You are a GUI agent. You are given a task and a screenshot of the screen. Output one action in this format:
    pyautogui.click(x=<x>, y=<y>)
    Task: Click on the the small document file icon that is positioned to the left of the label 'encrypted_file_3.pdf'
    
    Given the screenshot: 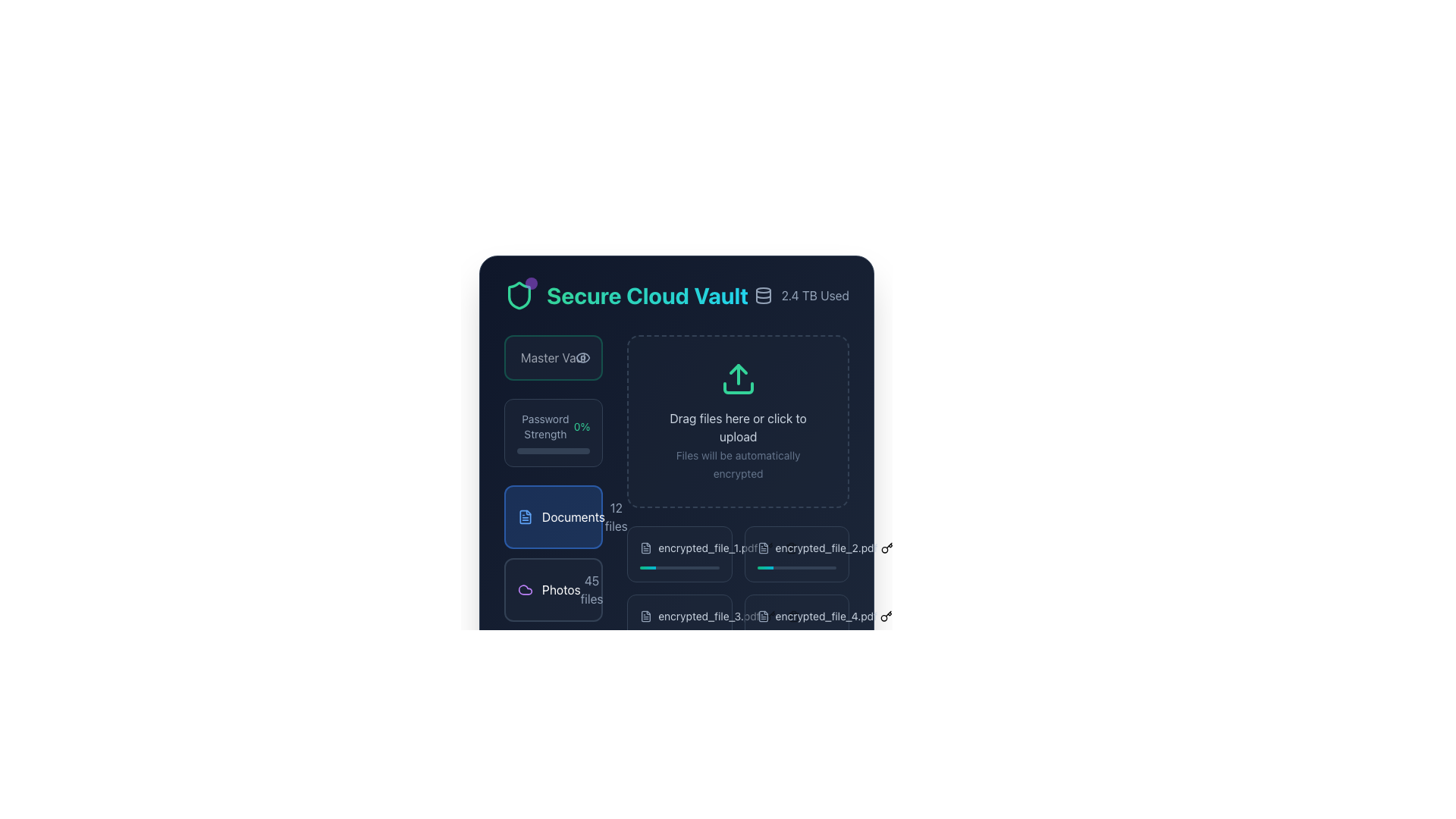 What is the action you would take?
    pyautogui.click(x=646, y=617)
    